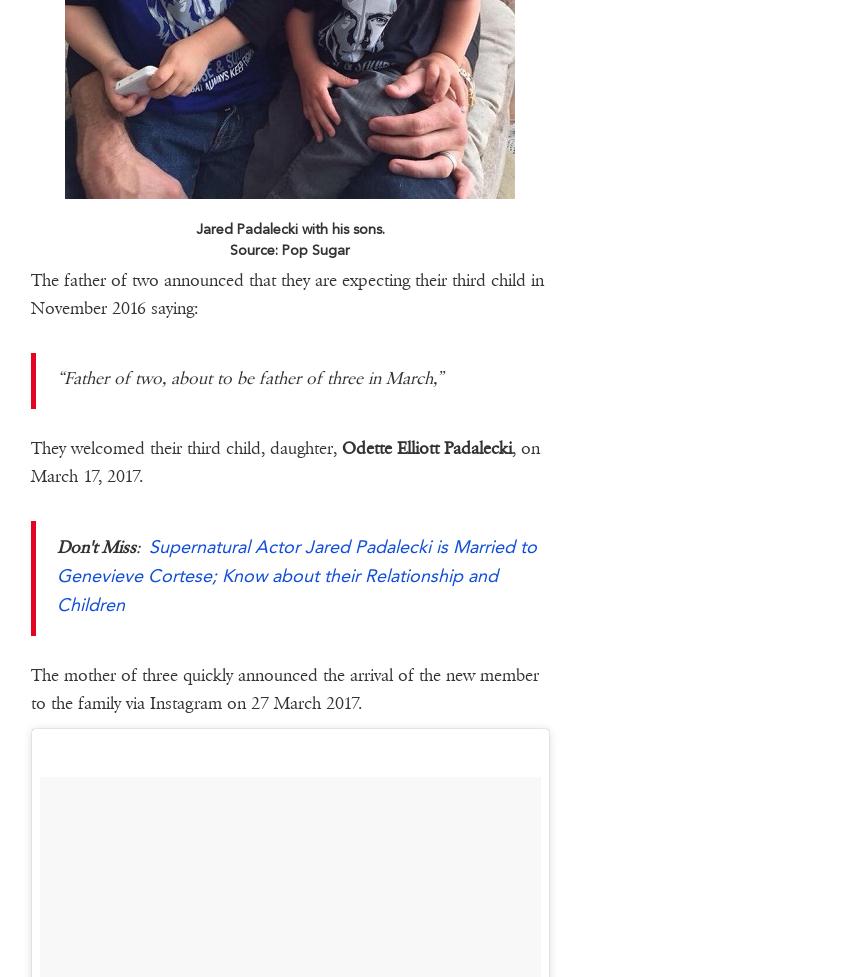 This screenshot has height=977, width=850. I want to click on 'Jared Padalecki with his sons.', so click(193, 227).